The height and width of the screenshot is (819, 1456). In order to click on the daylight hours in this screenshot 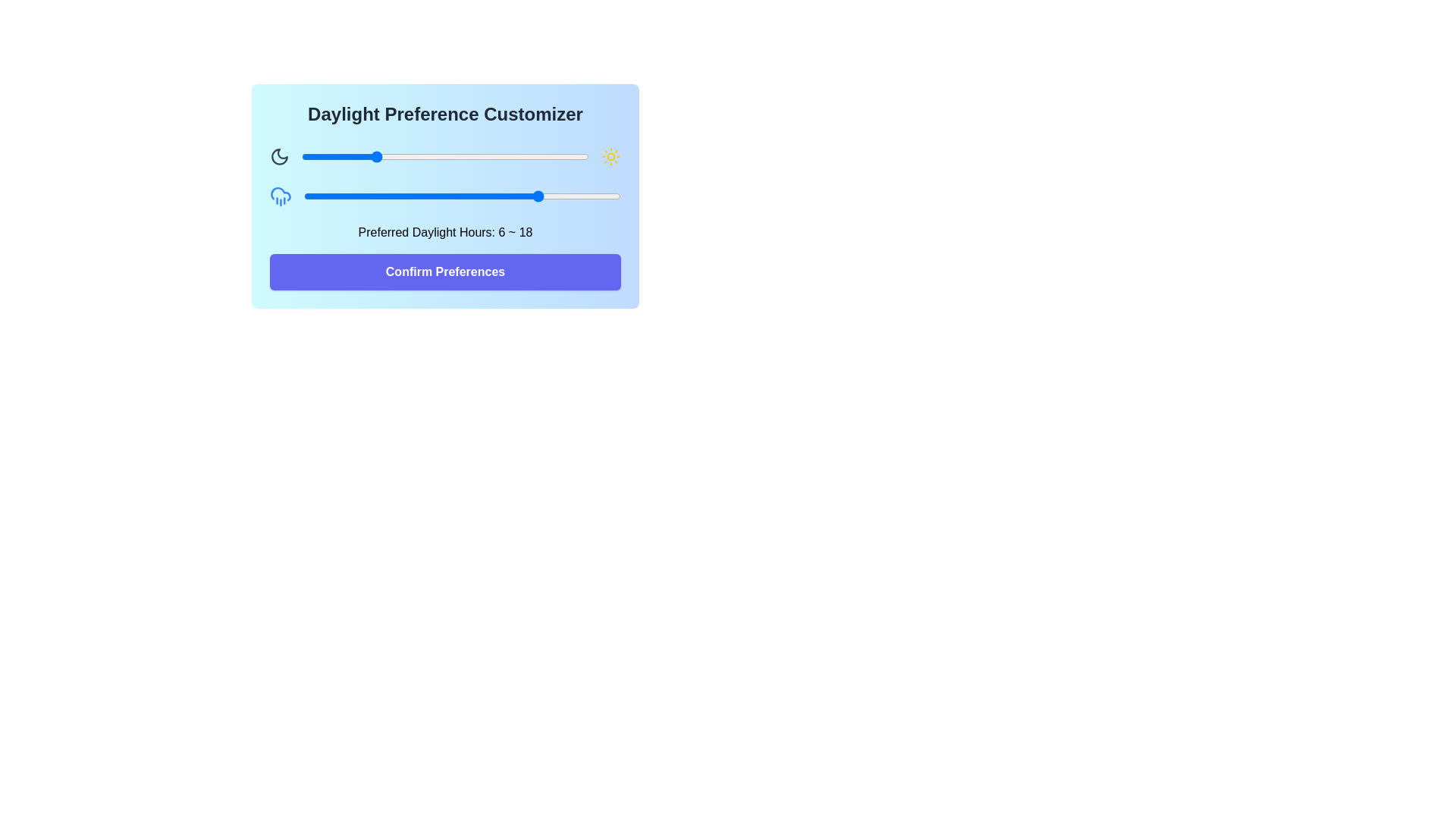, I will do `click(444, 157)`.